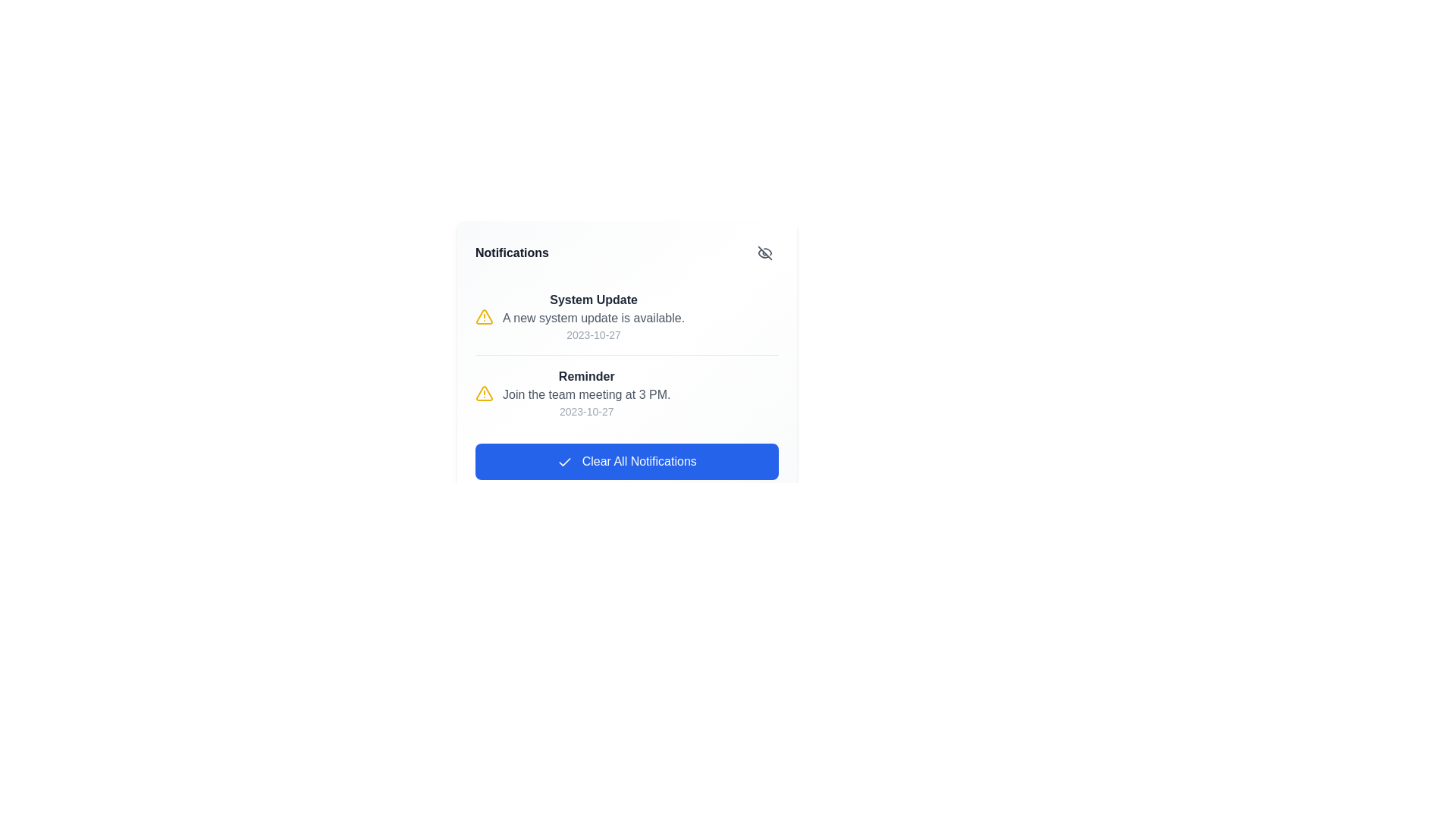  I want to click on the title text element of the notification component, which provides a brief description of the notification's content, positioned above the meeting details and below the system update notification, so click(585, 376).